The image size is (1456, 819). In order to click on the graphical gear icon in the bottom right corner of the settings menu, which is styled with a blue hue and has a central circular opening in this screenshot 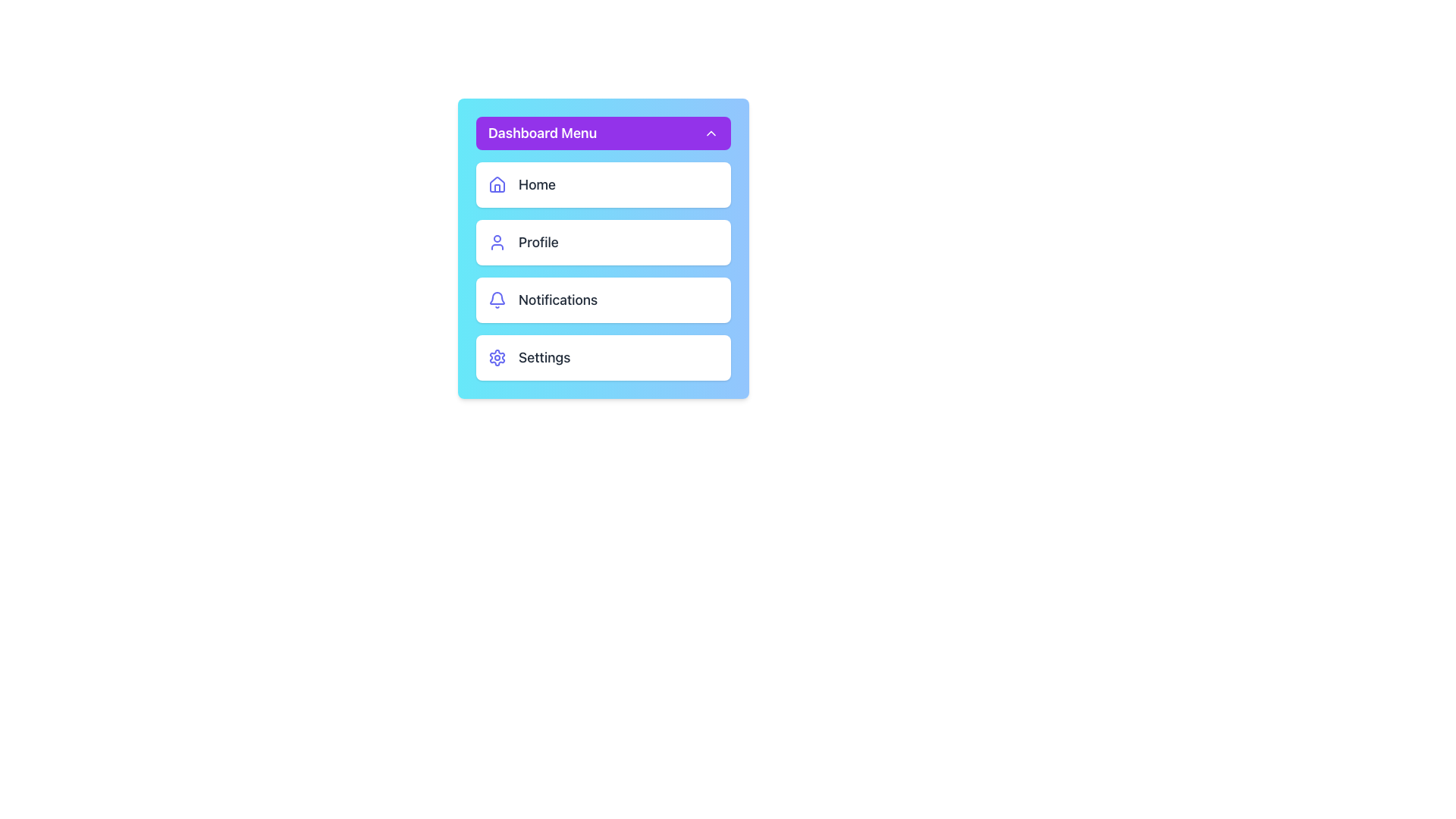, I will do `click(497, 357)`.